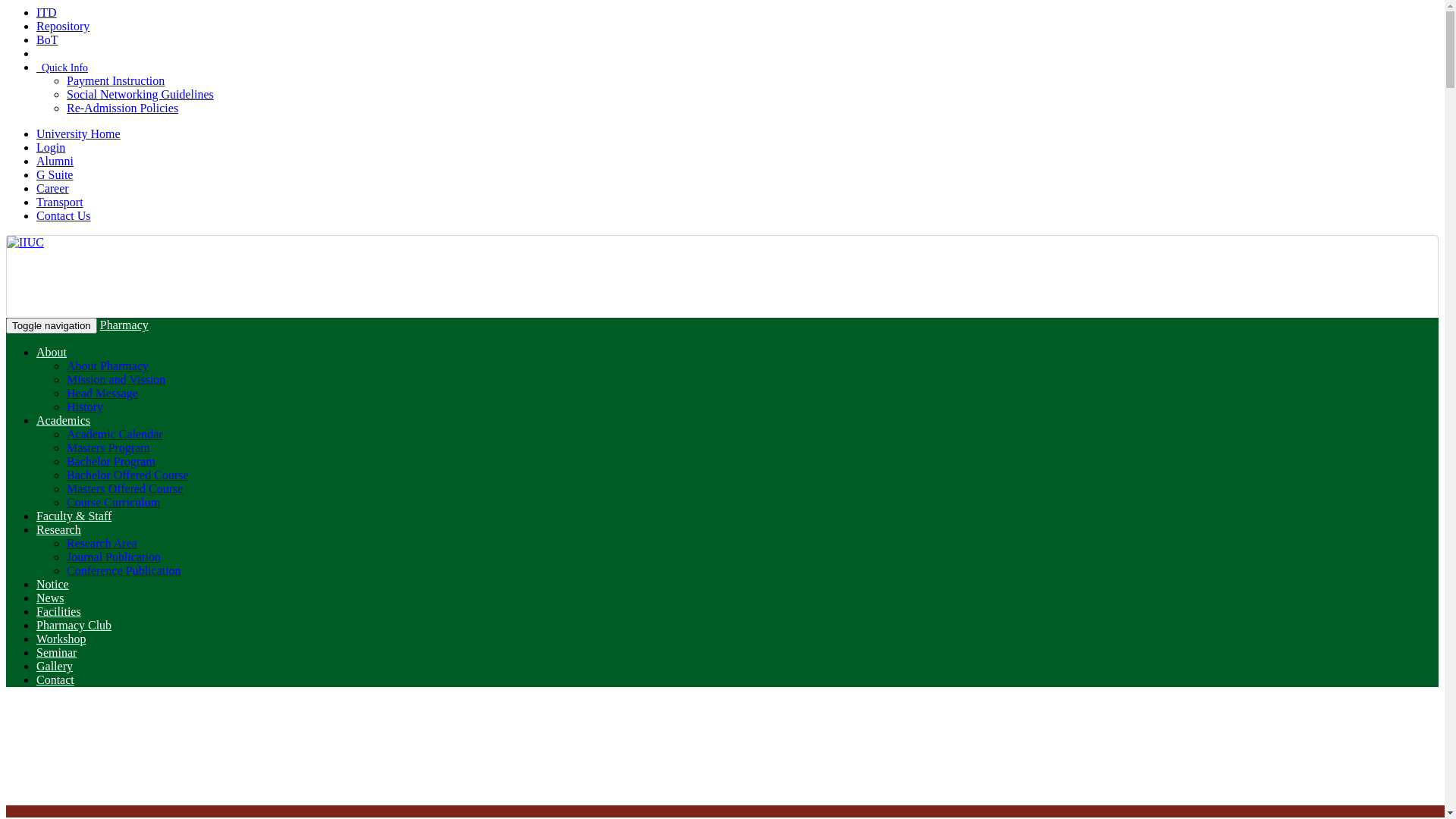  What do you see at coordinates (62, 215) in the screenshot?
I see `'Contact Us'` at bounding box center [62, 215].